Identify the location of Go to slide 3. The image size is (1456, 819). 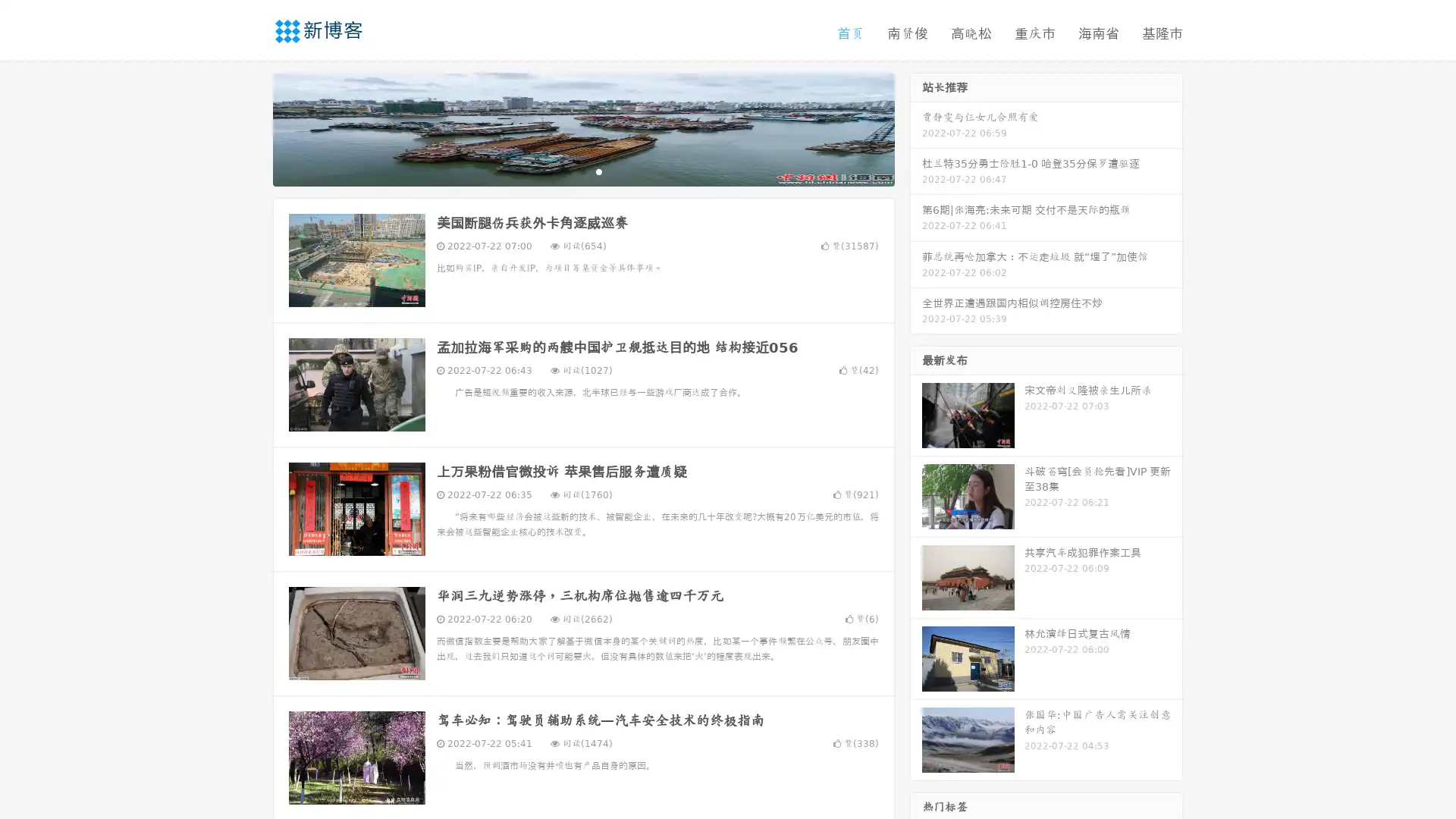
(598, 171).